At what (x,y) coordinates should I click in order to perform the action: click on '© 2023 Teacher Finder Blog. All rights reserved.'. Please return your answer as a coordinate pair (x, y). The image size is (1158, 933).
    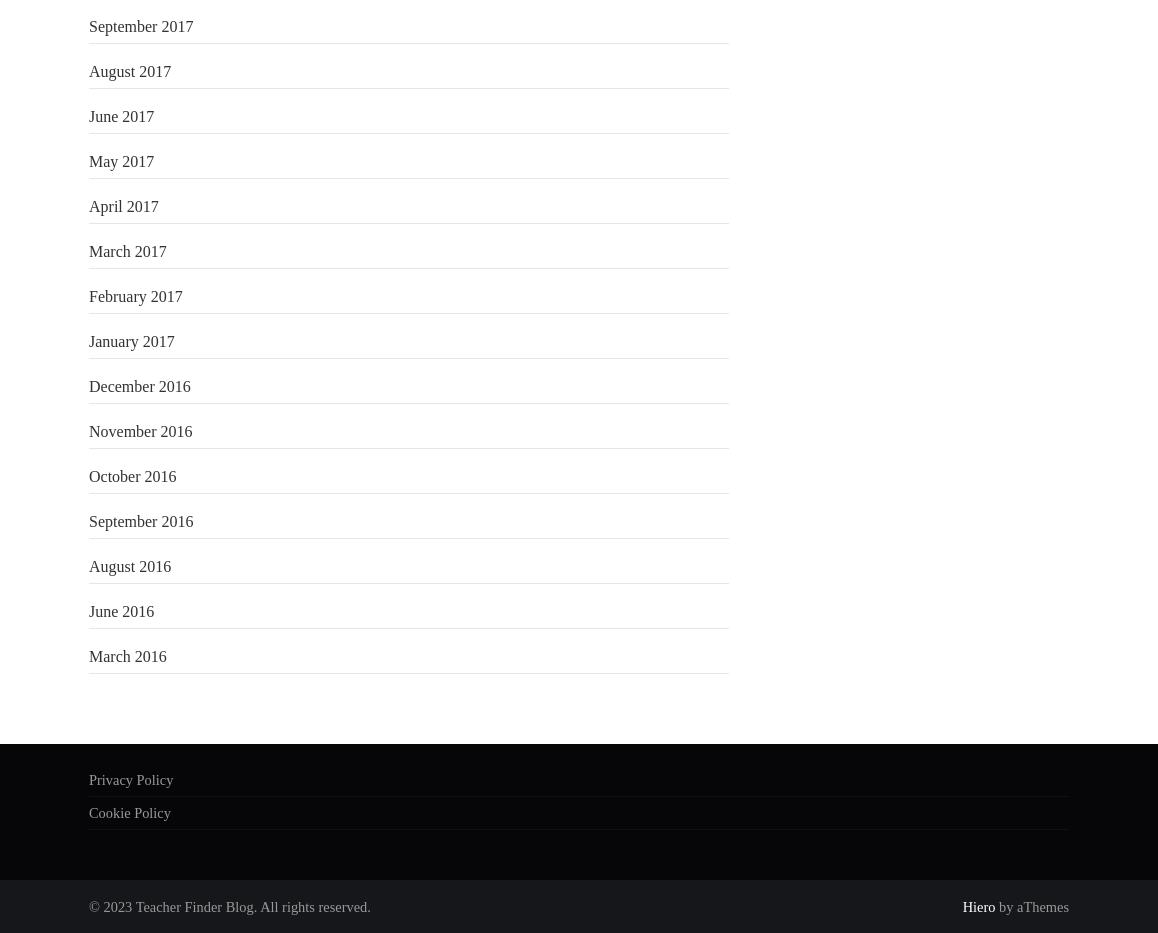
    Looking at the image, I should click on (229, 906).